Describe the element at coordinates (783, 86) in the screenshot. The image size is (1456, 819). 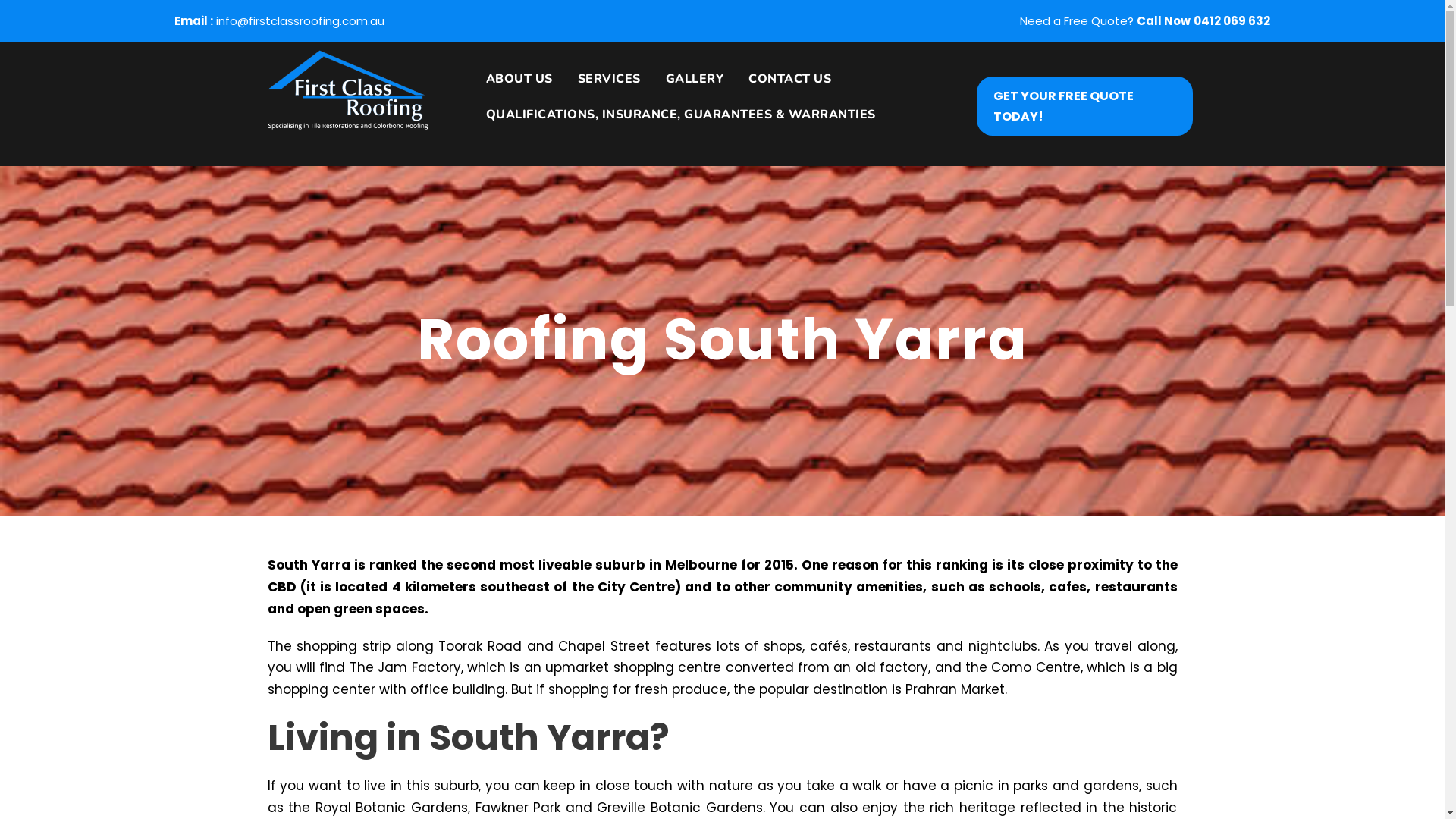
I see `'CONTACT US'` at that location.